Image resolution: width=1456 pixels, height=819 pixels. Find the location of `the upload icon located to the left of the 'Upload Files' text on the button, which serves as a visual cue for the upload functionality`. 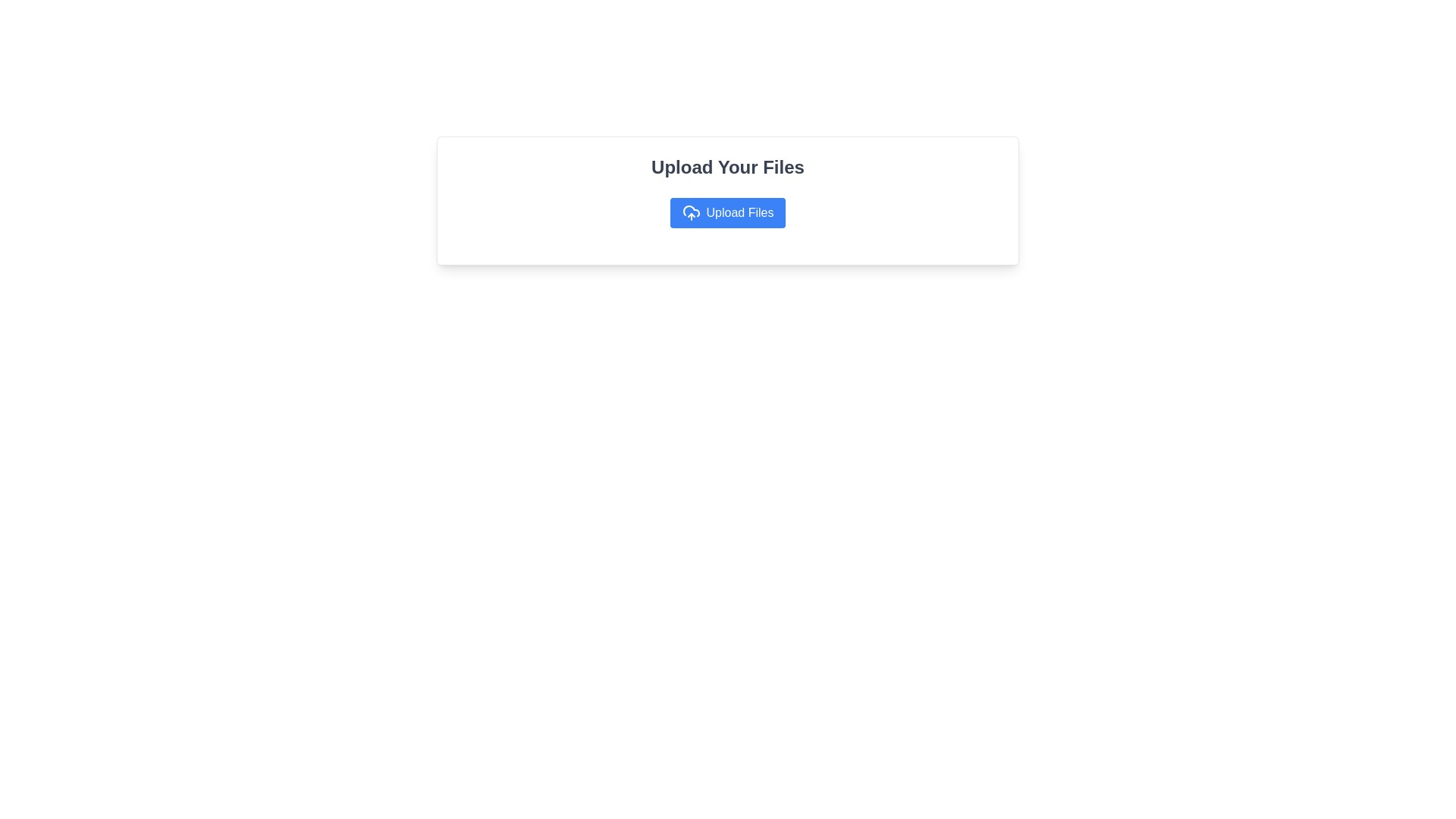

the upload icon located to the left of the 'Upload Files' text on the button, which serves as a visual cue for the upload functionality is located at coordinates (690, 213).